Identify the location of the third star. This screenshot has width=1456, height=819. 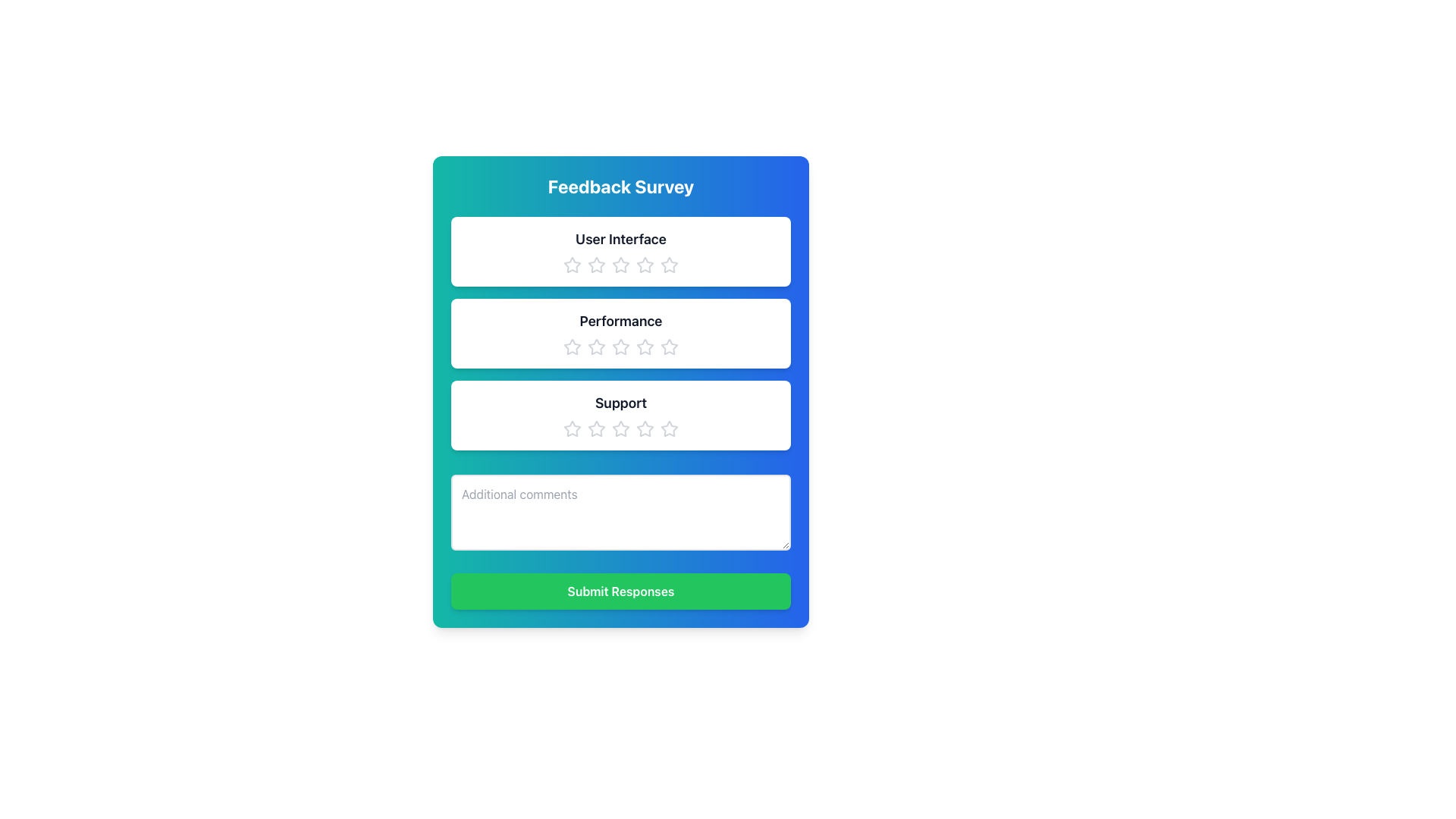
(669, 428).